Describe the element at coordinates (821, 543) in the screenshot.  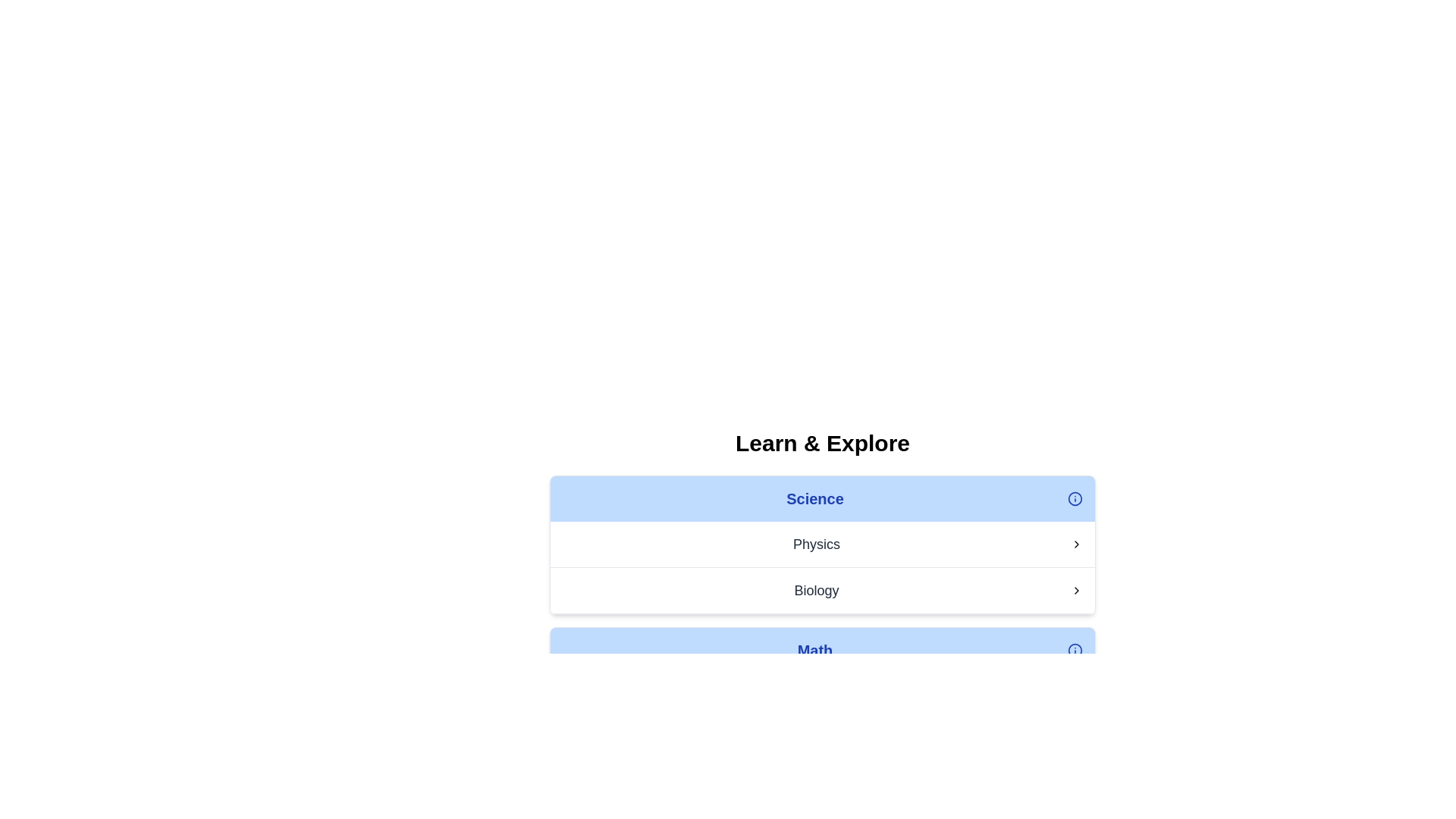
I see `the first item in the 'Science' section of the list, which is related to 'Physics'` at that location.